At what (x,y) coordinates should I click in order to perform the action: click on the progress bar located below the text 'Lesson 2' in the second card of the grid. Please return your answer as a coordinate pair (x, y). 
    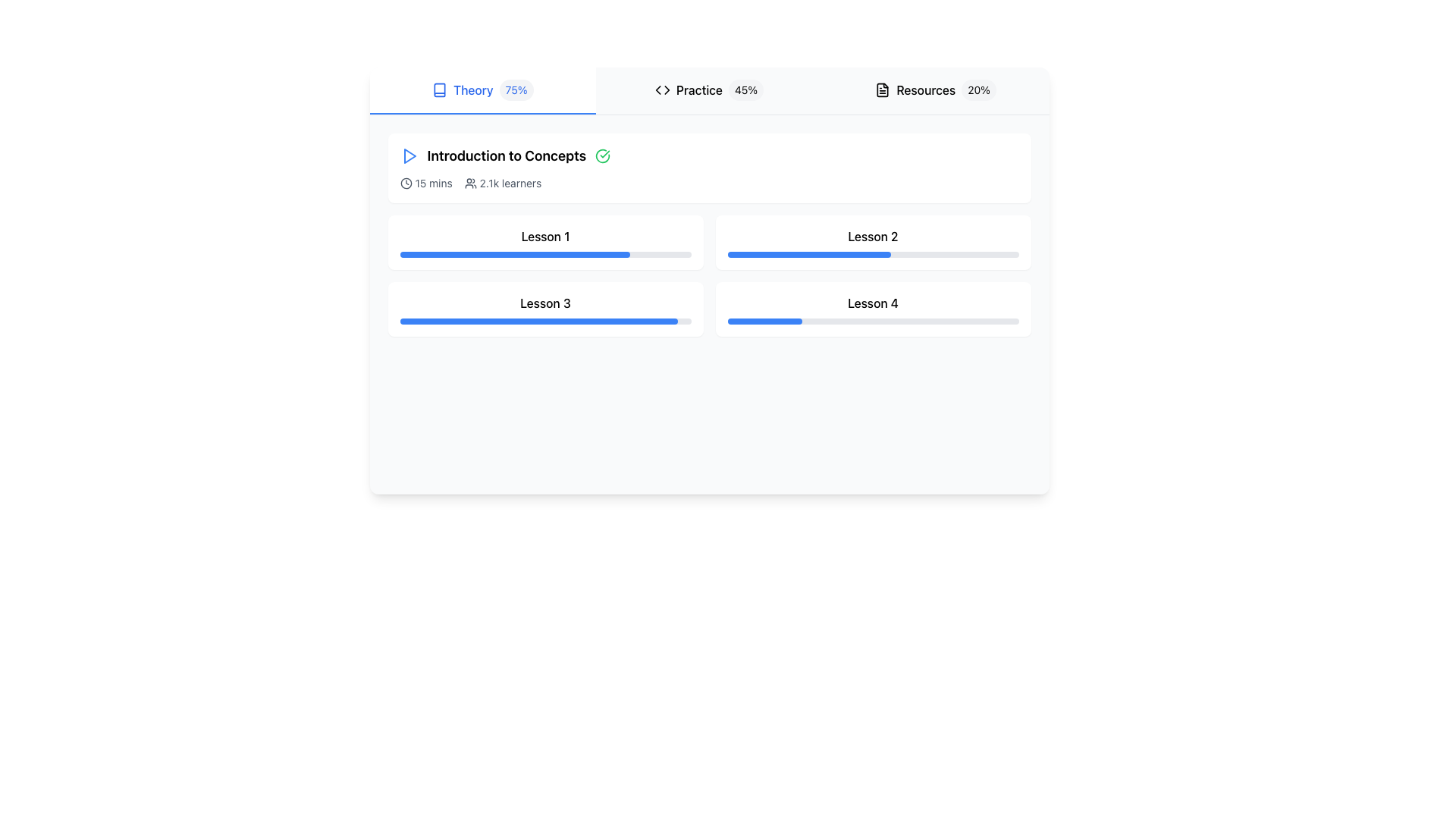
    Looking at the image, I should click on (873, 253).